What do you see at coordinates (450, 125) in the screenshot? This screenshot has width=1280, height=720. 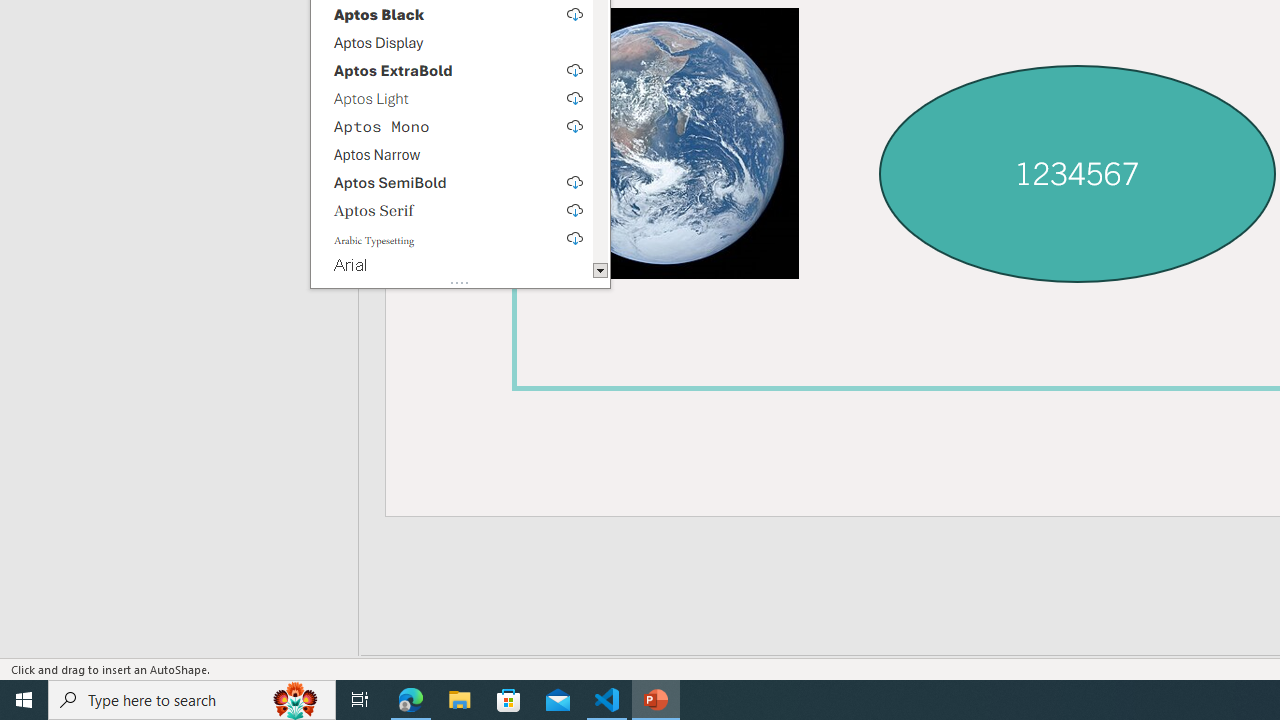 I see `'Aptos Mono, select to download'` at bounding box center [450, 125].